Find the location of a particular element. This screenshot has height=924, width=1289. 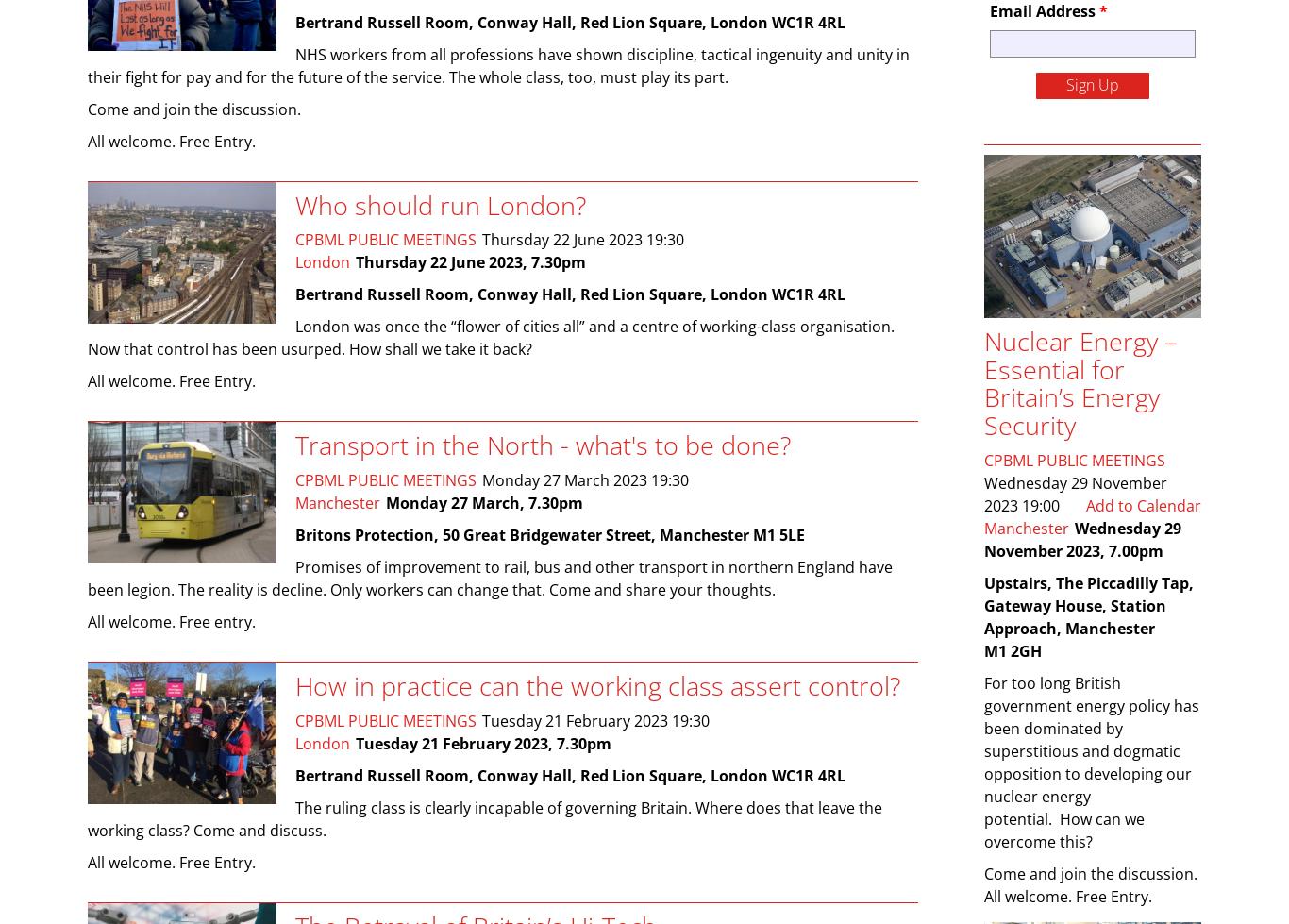

'*' is located at coordinates (1097, 9).